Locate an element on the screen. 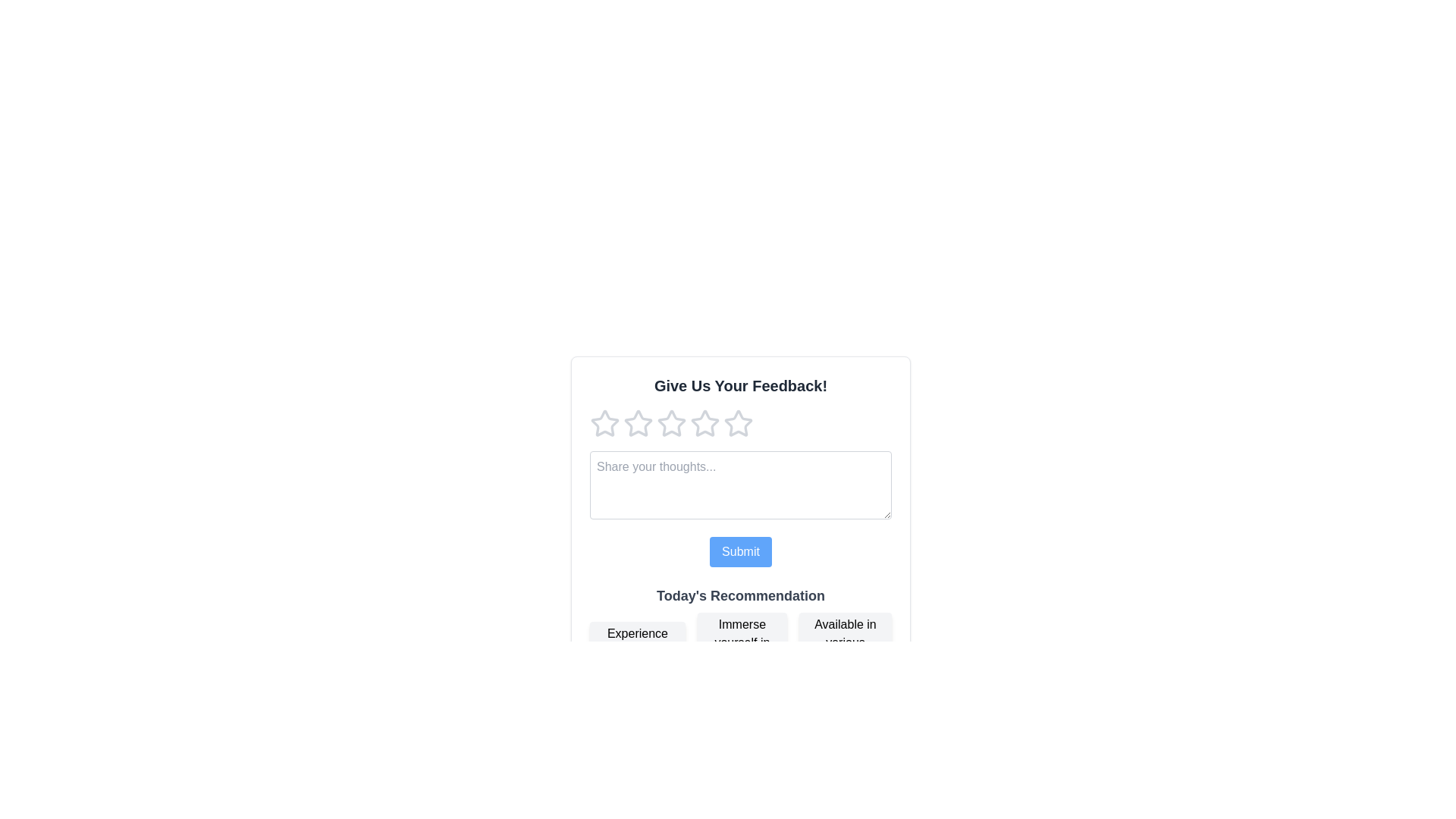  the third star icon in the horizontal row of five is located at coordinates (704, 423).